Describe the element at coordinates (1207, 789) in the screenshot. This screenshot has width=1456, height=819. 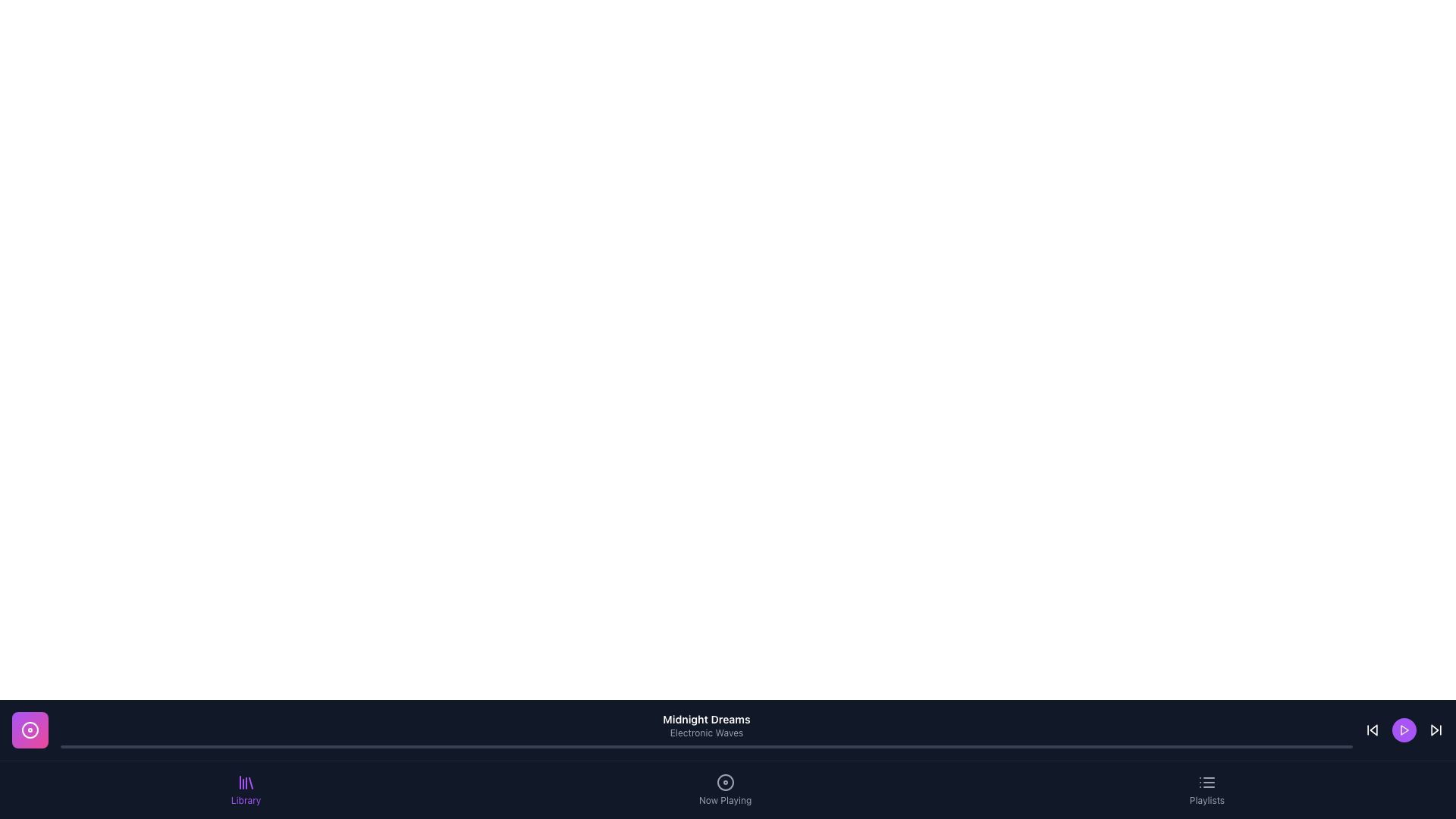
I see `the 'Playlists' navigation button at the bottom of the interface` at that location.